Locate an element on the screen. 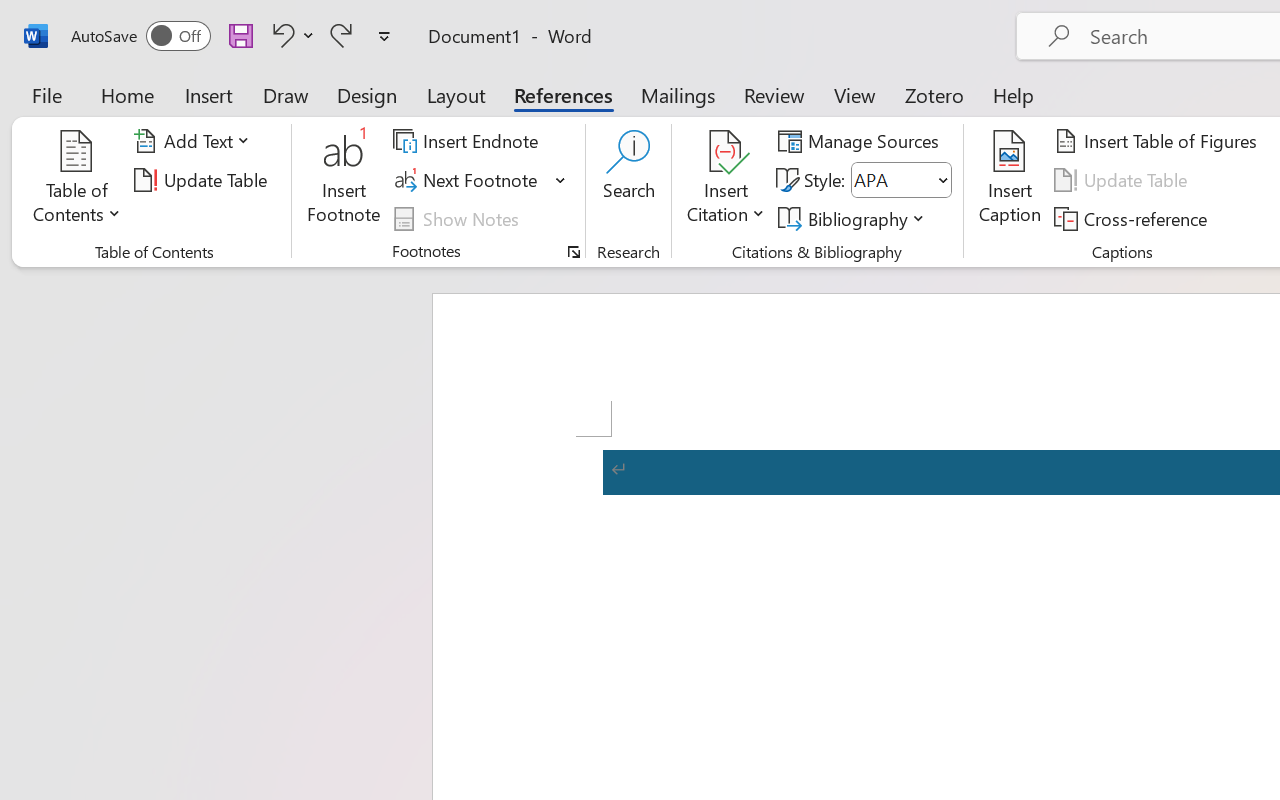  'Insert Table of Figures...' is located at coordinates (1159, 141).